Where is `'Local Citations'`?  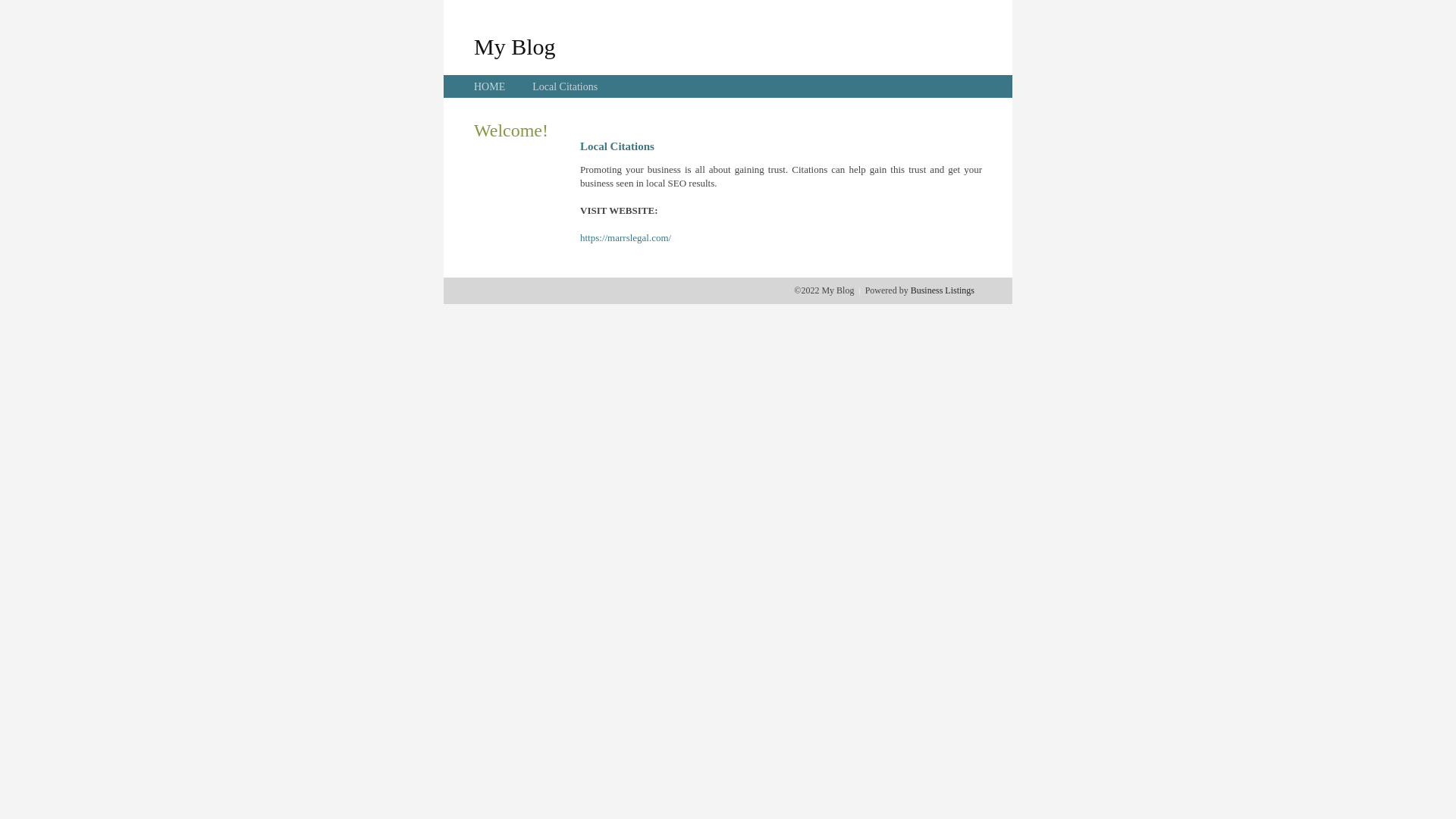
'Local Citations' is located at coordinates (563, 86).